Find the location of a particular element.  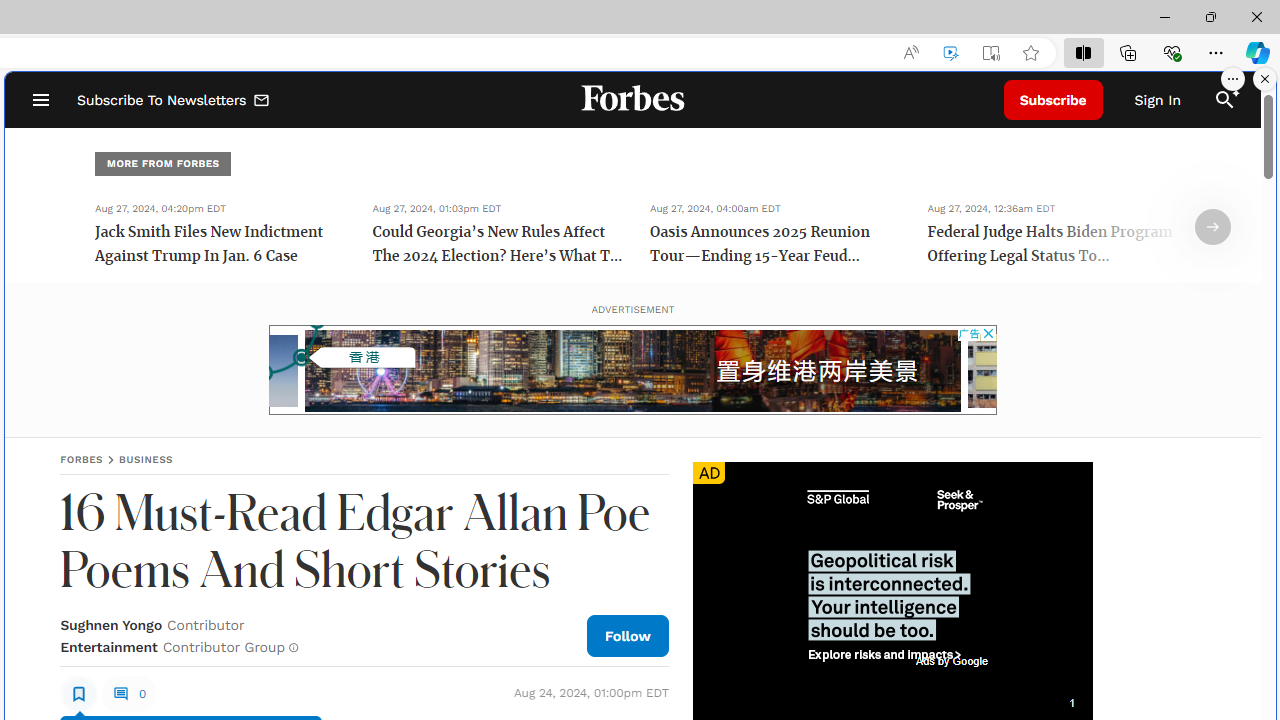

'Class: fs-icon fs-icon--info' is located at coordinates (292, 647).